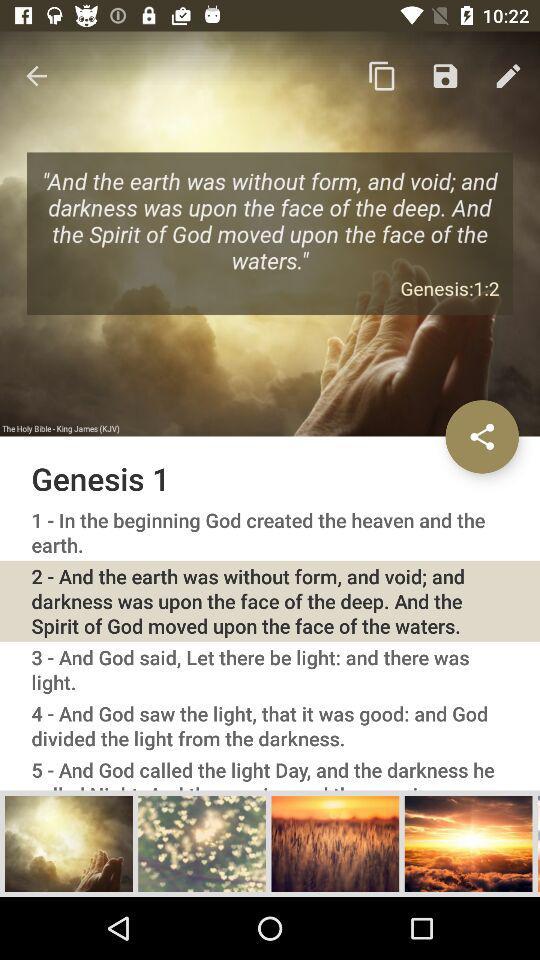  Describe the element at coordinates (202, 842) in the screenshot. I see `enlarge image` at that location.